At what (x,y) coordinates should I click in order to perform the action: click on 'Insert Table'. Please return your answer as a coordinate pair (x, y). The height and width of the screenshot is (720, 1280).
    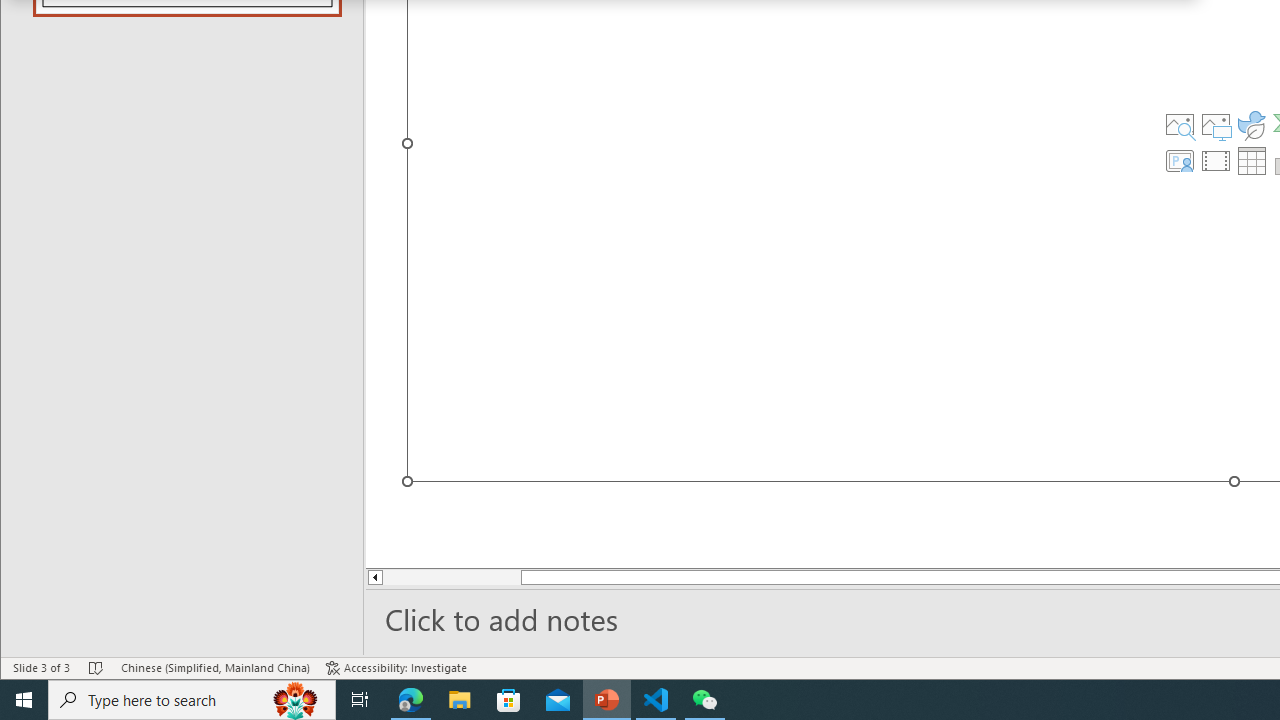
    Looking at the image, I should click on (1251, 159).